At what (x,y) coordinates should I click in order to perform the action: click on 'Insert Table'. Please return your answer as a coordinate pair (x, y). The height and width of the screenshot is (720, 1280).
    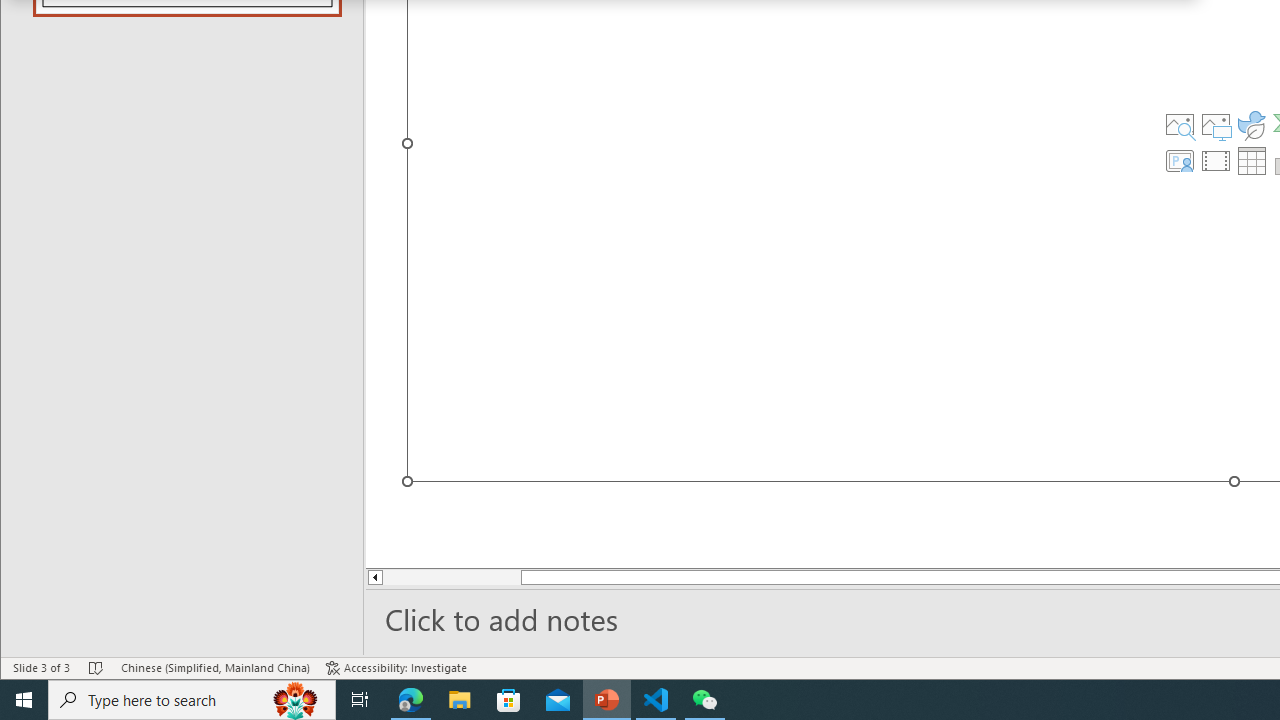
    Looking at the image, I should click on (1251, 159).